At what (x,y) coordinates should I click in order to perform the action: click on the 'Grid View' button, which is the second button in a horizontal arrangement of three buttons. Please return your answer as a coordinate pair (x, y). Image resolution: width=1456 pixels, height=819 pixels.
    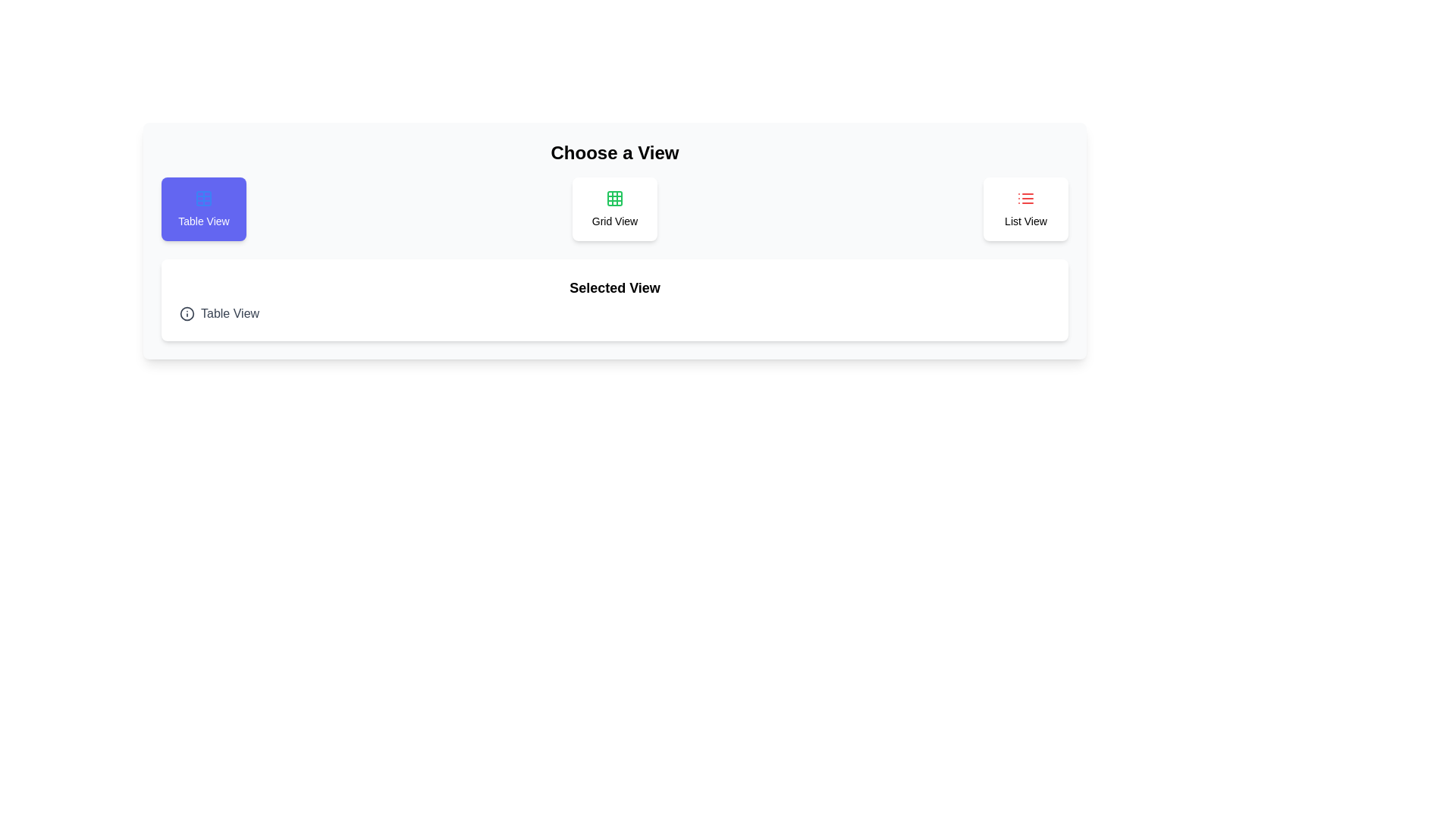
    Looking at the image, I should click on (615, 209).